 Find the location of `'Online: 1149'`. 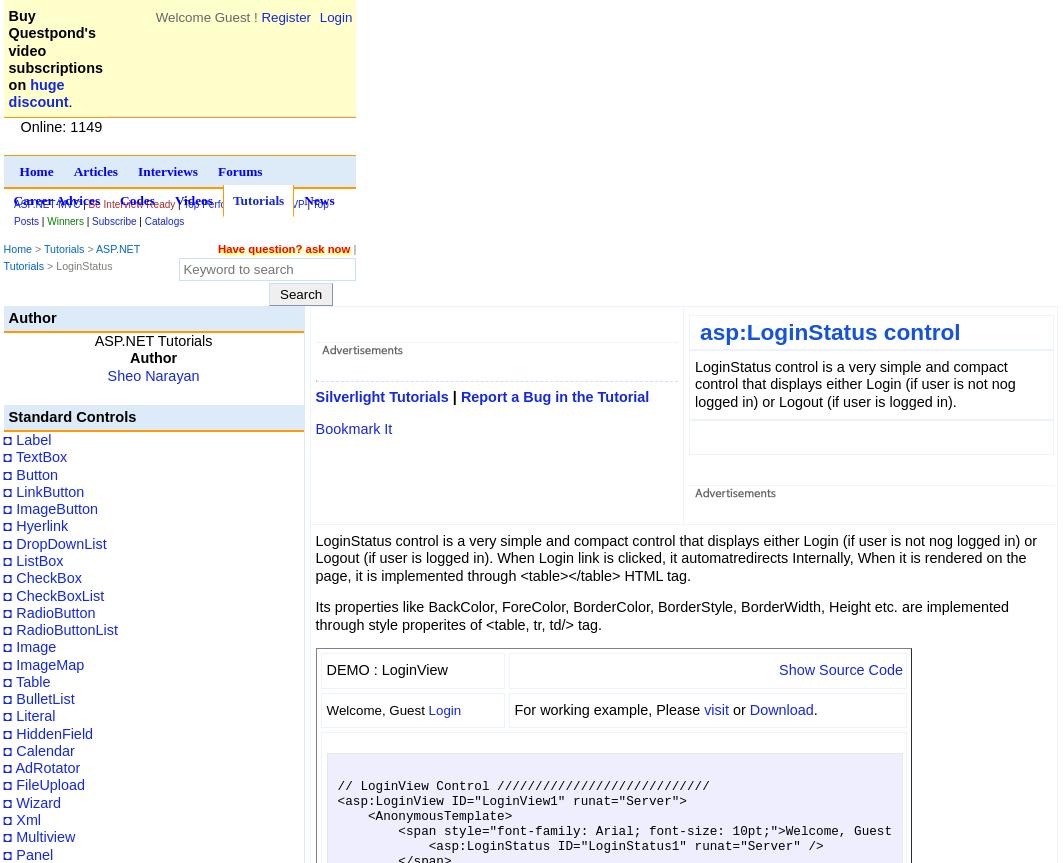

'Online: 1149' is located at coordinates (61, 126).